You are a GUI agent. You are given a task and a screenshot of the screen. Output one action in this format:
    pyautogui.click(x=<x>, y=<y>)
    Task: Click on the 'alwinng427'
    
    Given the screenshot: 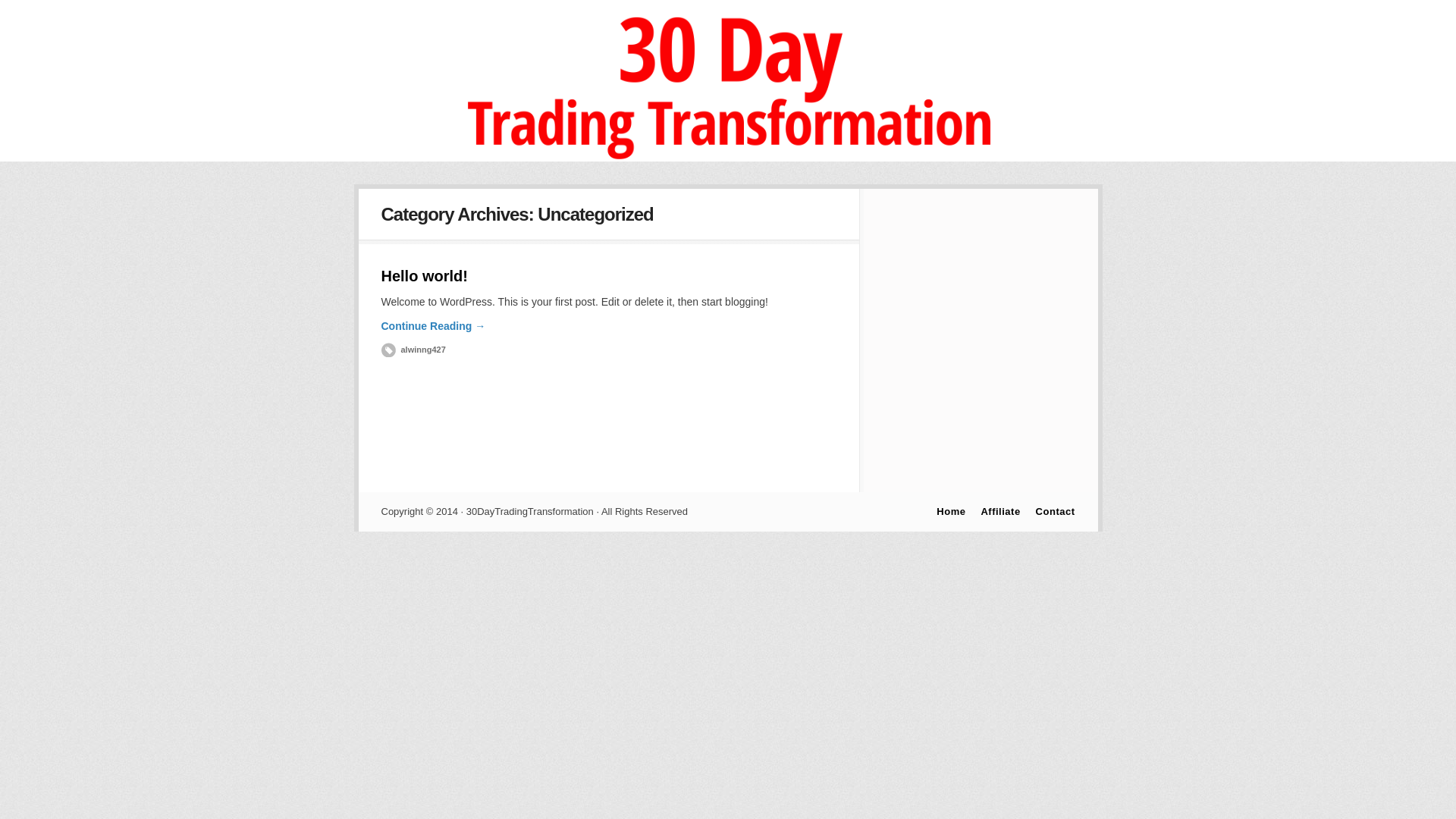 What is the action you would take?
    pyautogui.click(x=413, y=350)
    